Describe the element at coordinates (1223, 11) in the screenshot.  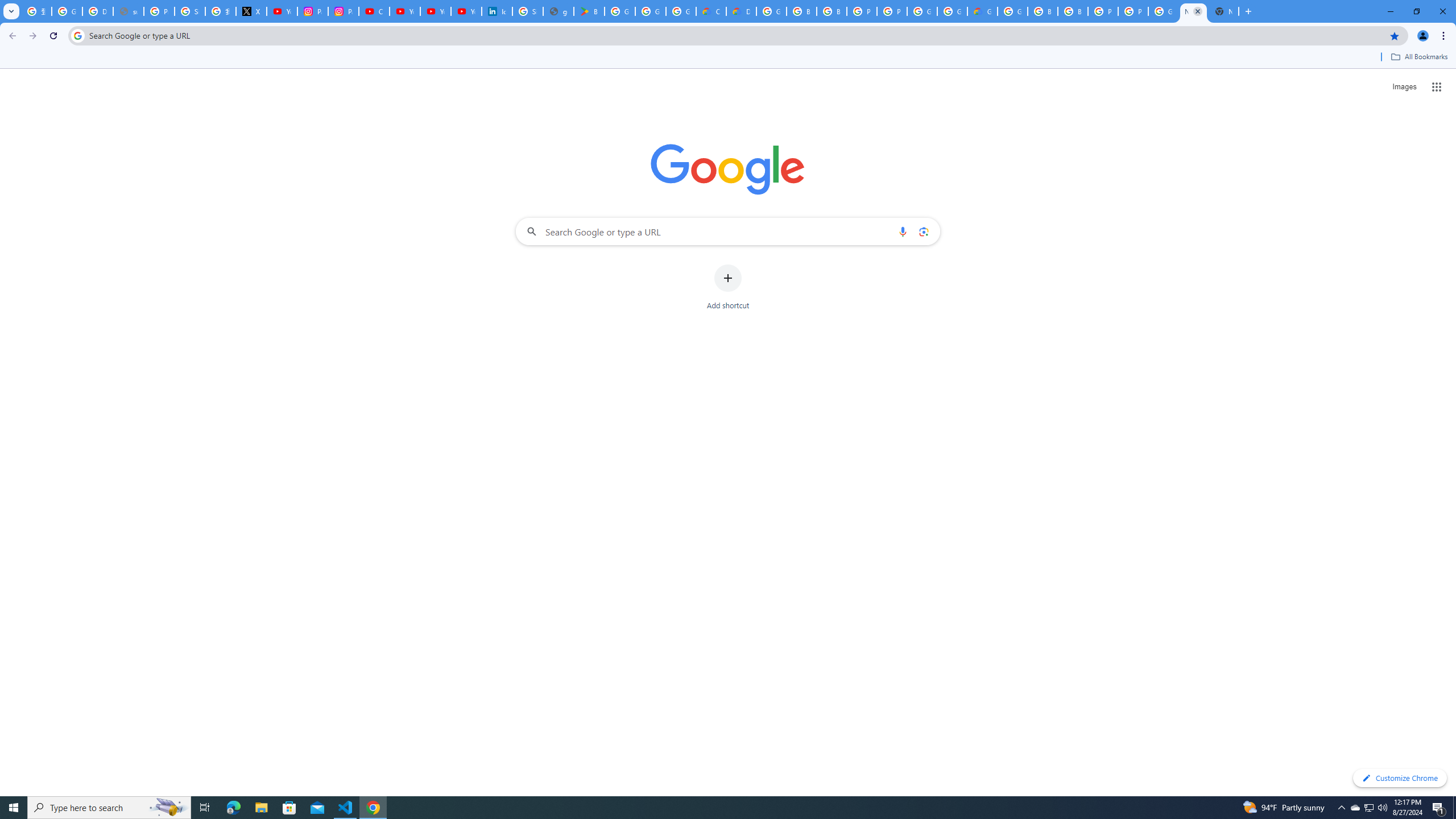
I see `'New Tab'` at that location.